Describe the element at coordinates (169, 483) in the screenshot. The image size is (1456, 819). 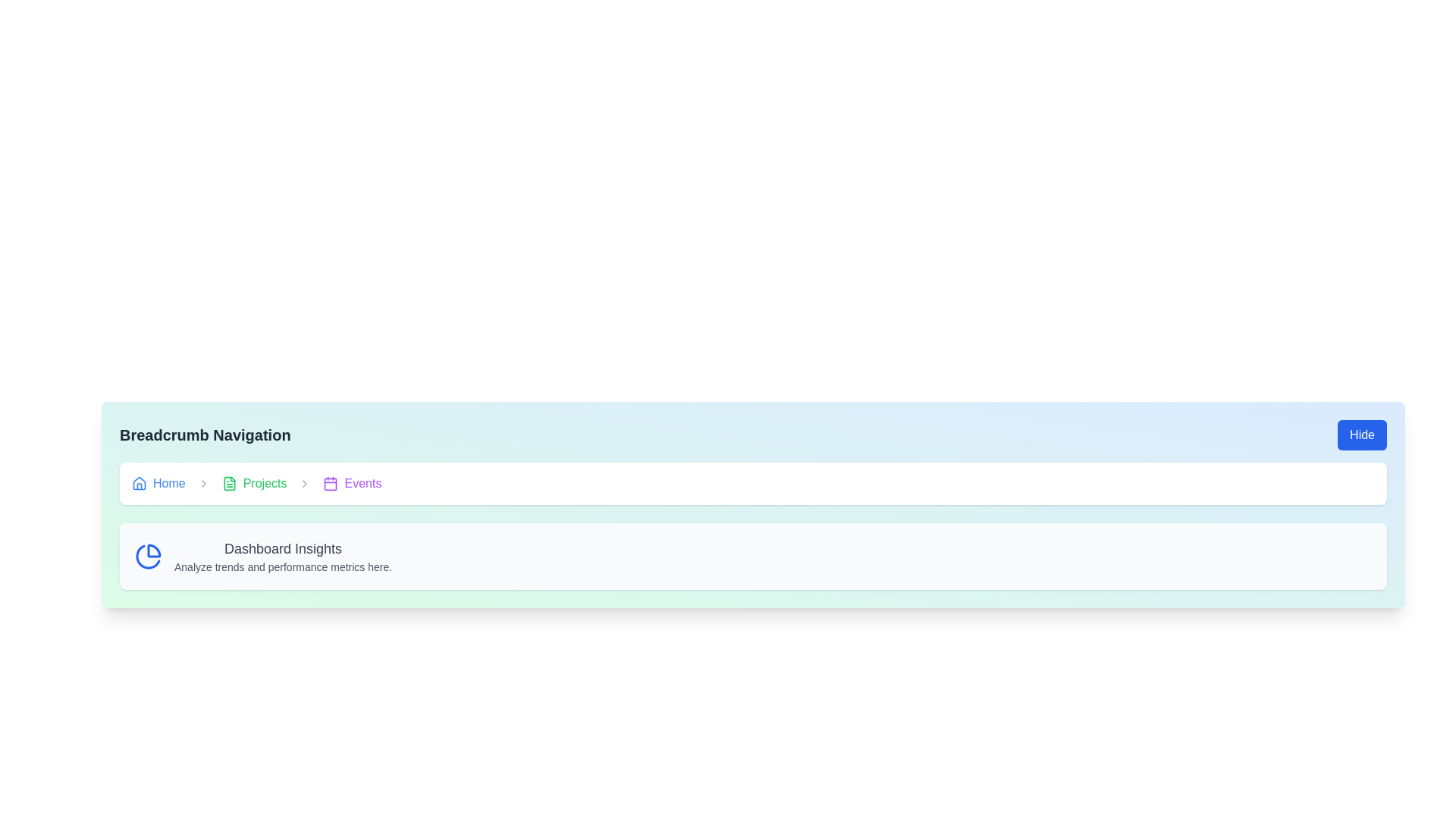
I see `the 'Home' text label, which is styled in blue and positioned adjacent to a house icon in the breadcrumb navigation bar at the top left of the interface` at that location.